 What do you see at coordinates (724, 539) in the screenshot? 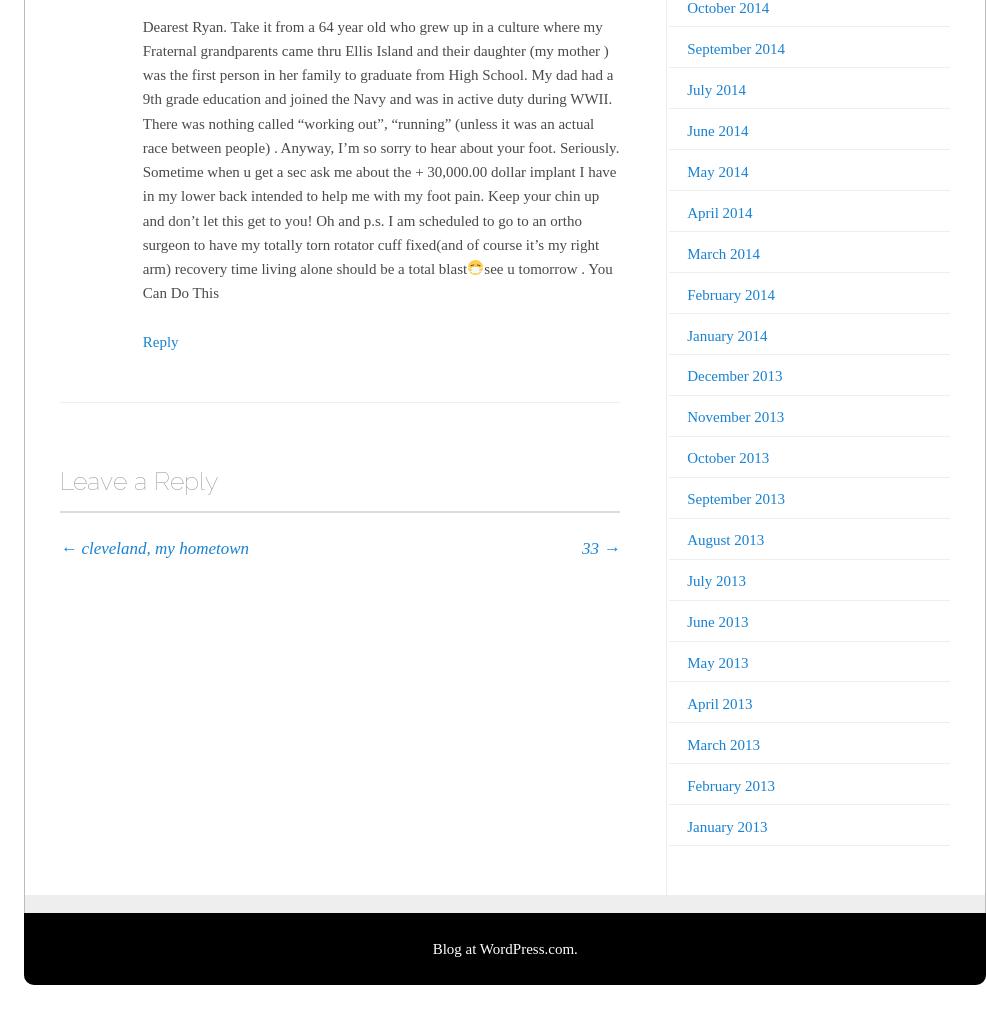
I see `'August 2013'` at bounding box center [724, 539].